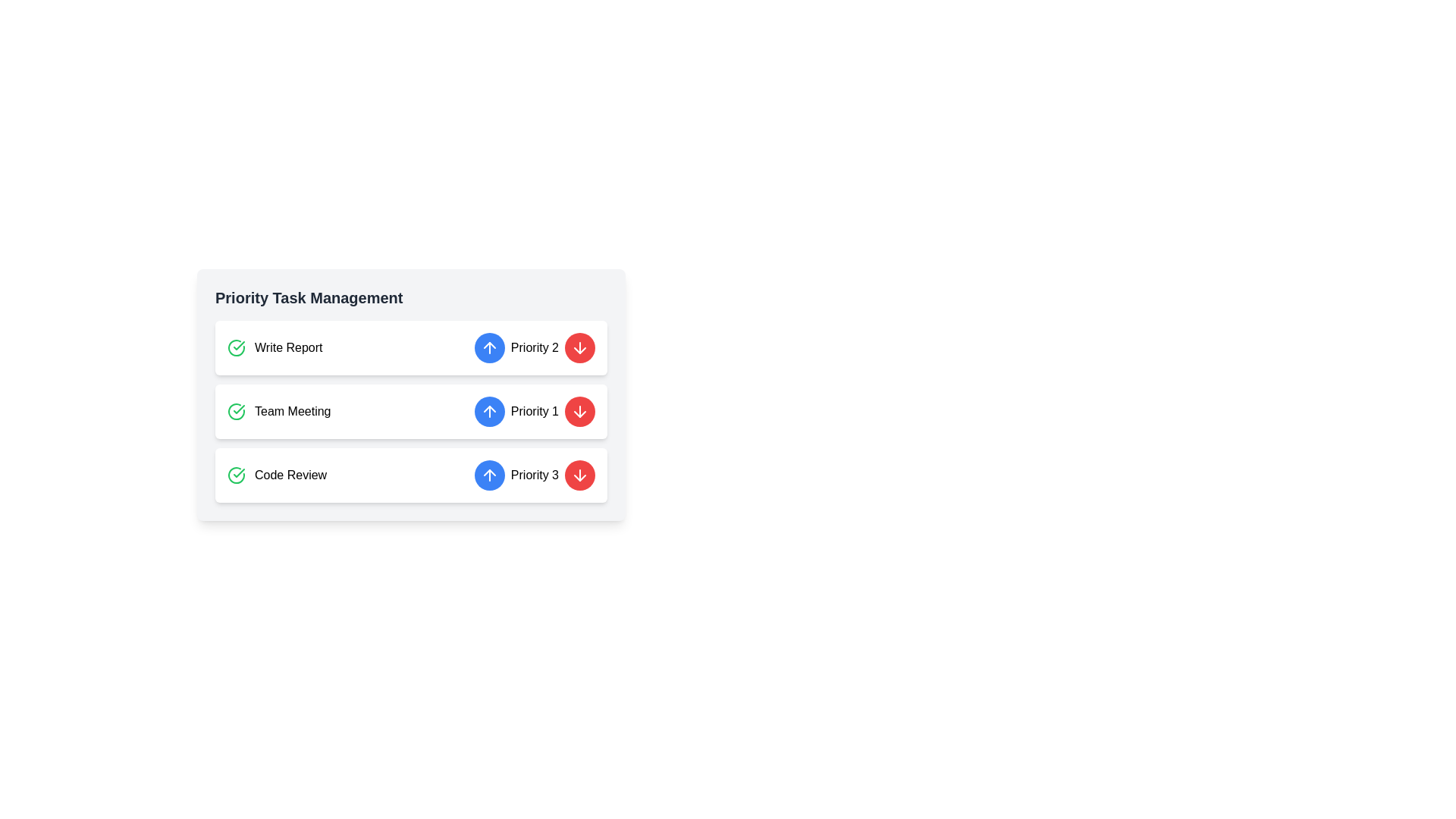 The image size is (1456, 819). I want to click on the 'Code Review' text label element, which is the third item in the 'Priority Task Management' task list, so click(290, 475).